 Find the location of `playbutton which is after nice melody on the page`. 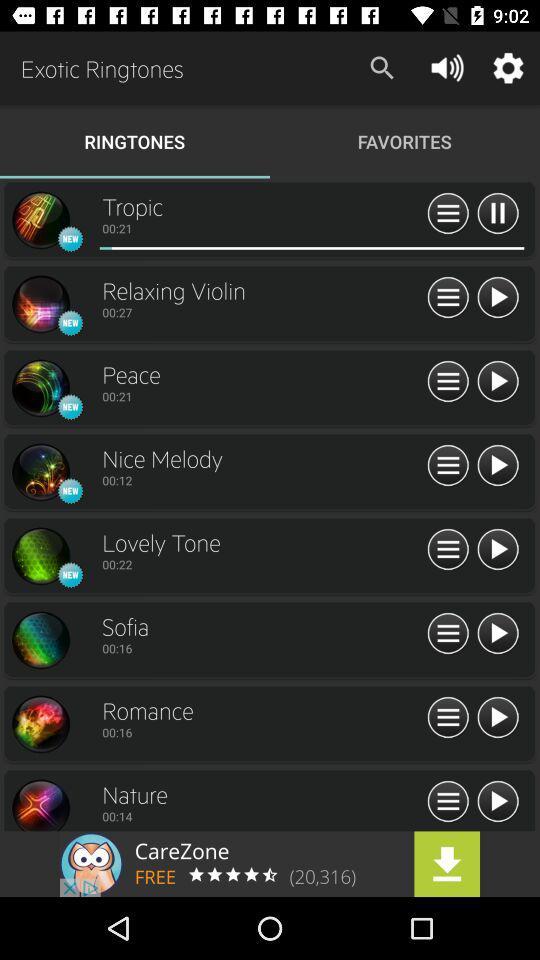

playbutton which is after nice melody on the page is located at coordinates (496, 466).